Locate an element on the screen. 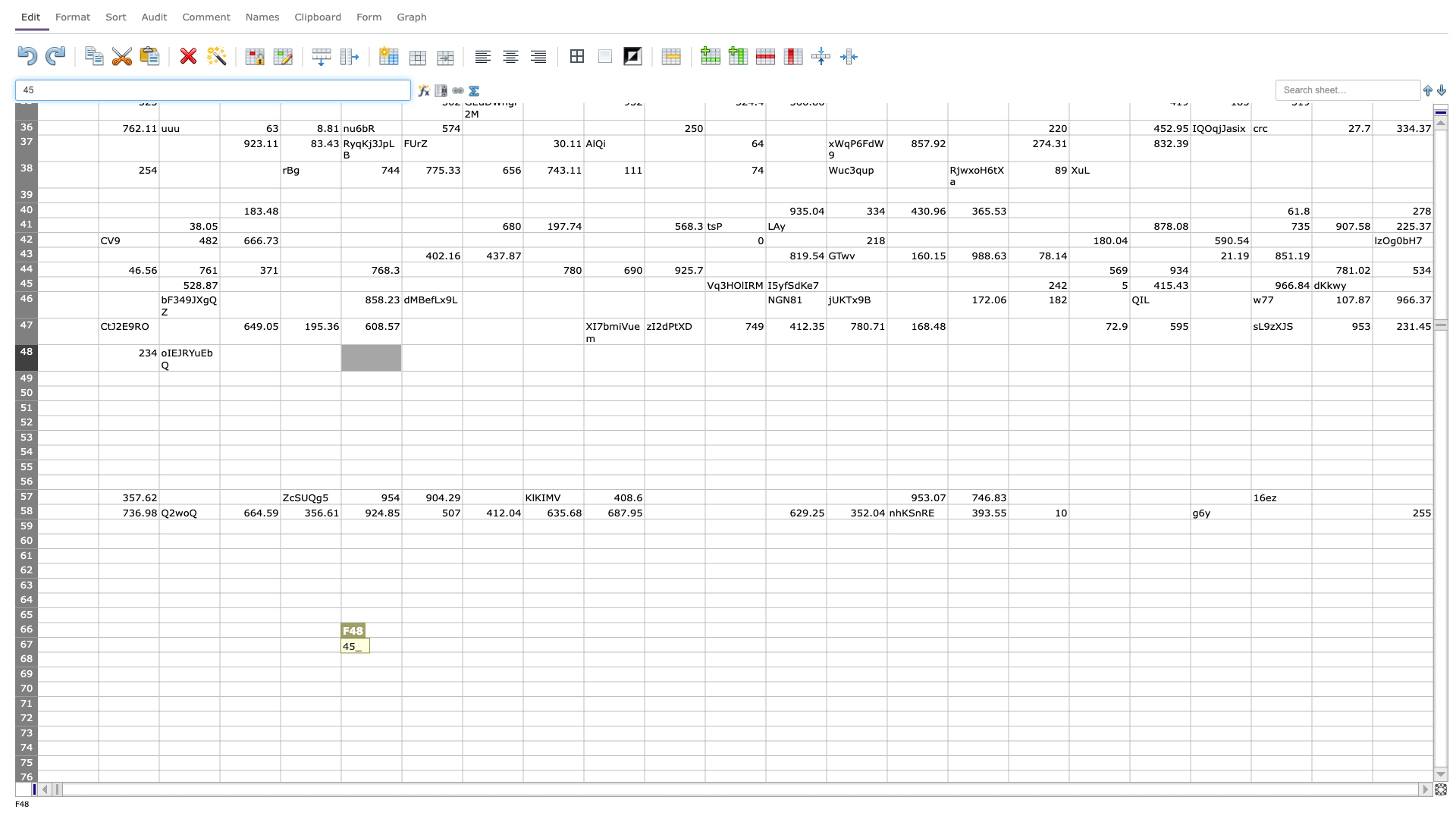  Southeast corner of cell I68 is located at coordinates (582, 666).